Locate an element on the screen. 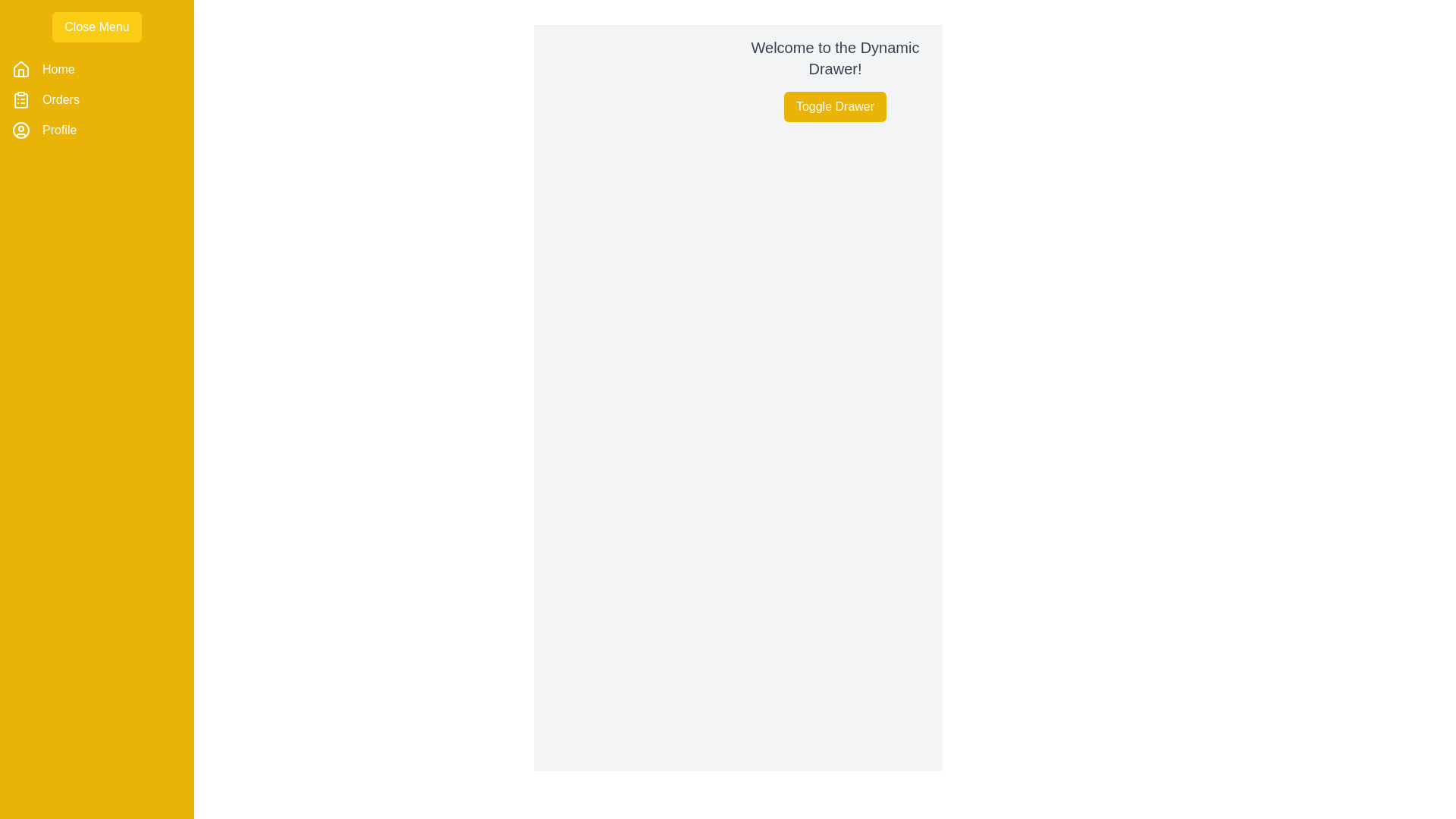 This screenshot has height=819, width=1456. the menu item Home to navigate is located at coordinates (58, 70).